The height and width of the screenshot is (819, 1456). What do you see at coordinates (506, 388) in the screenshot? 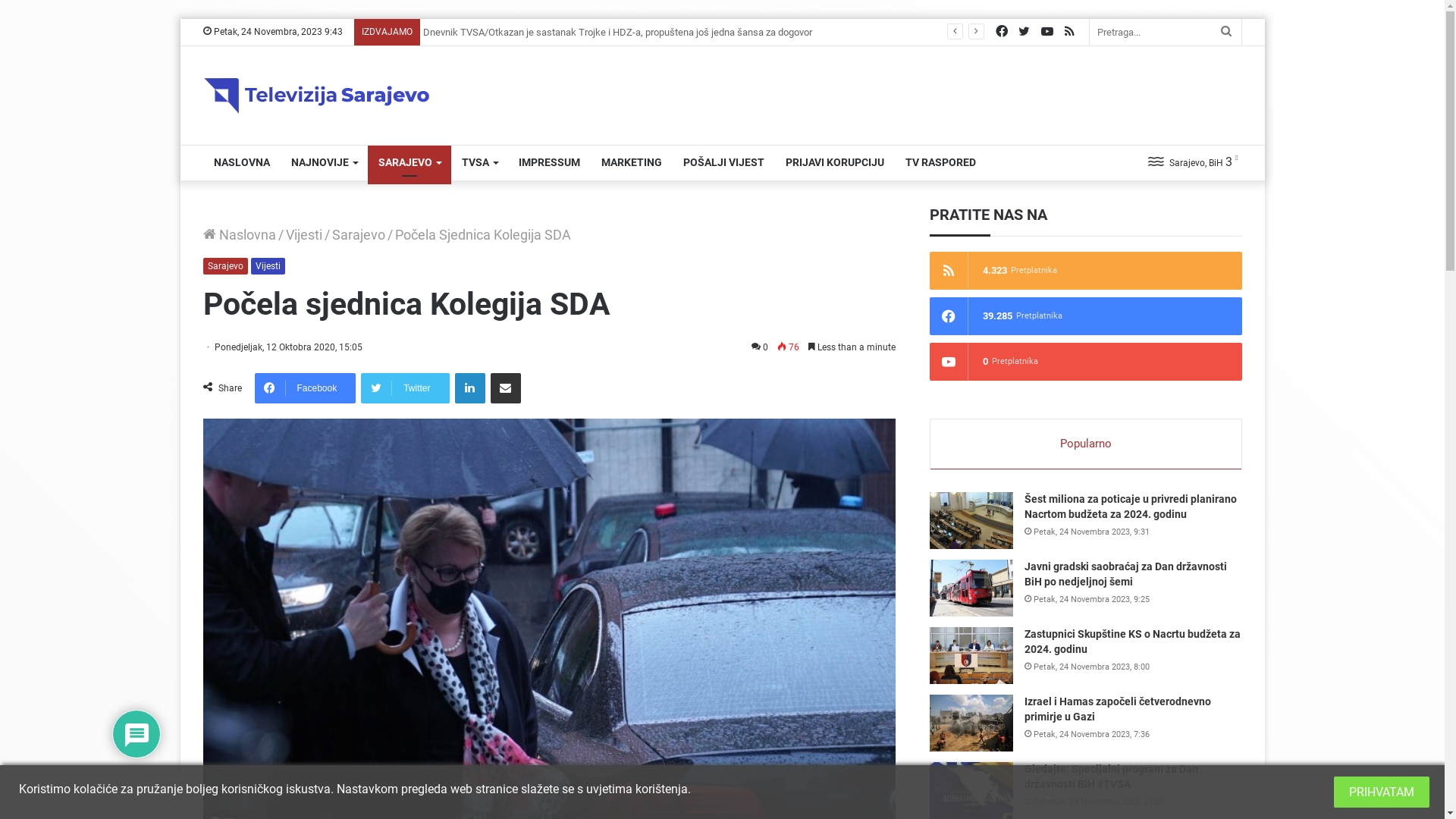
I see `'Share via Email'` at bounding box center [506, 388].